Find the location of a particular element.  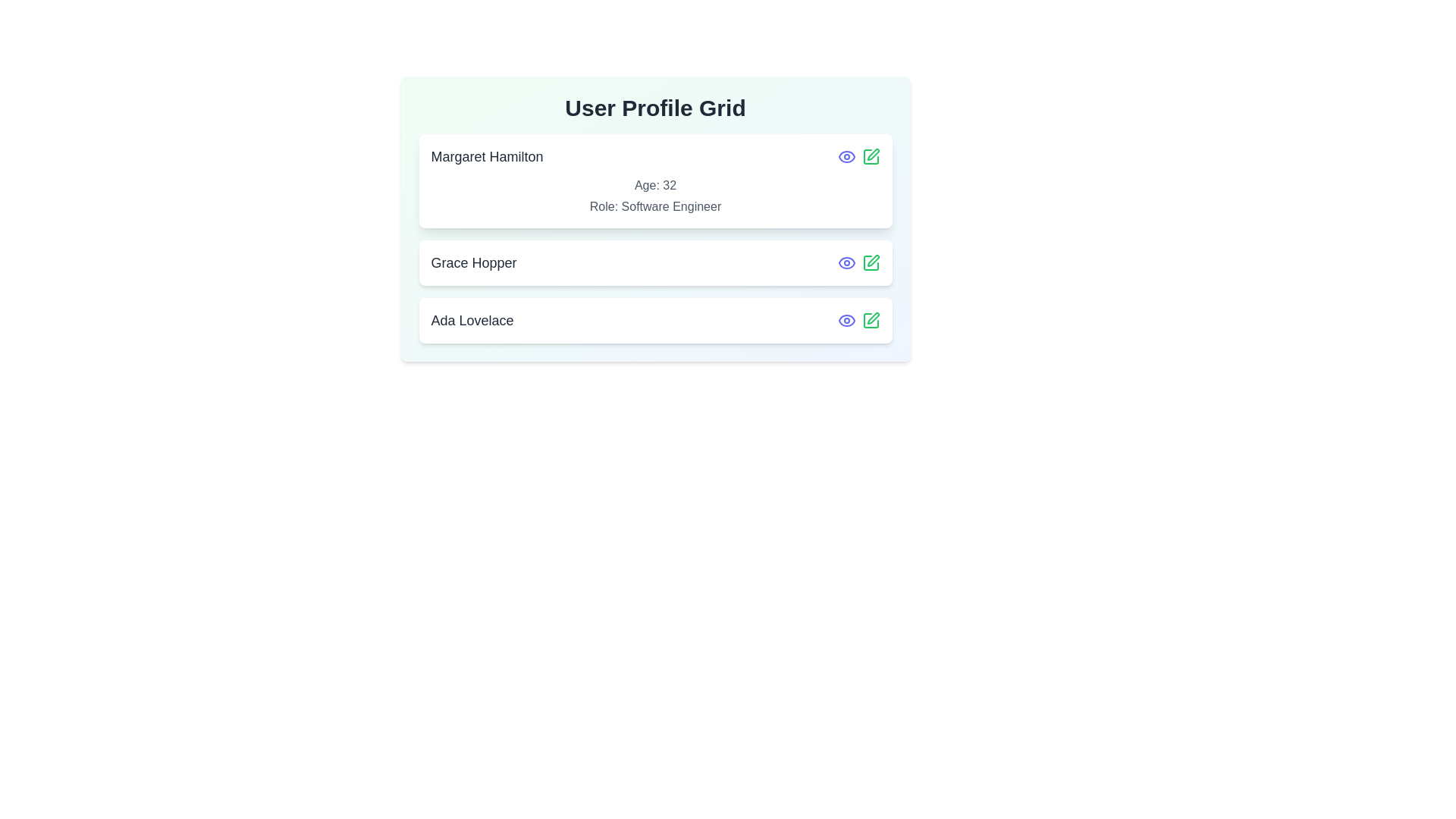

eye icon for the profile of Margaret Hamilton is located at coordinates (846, 157).